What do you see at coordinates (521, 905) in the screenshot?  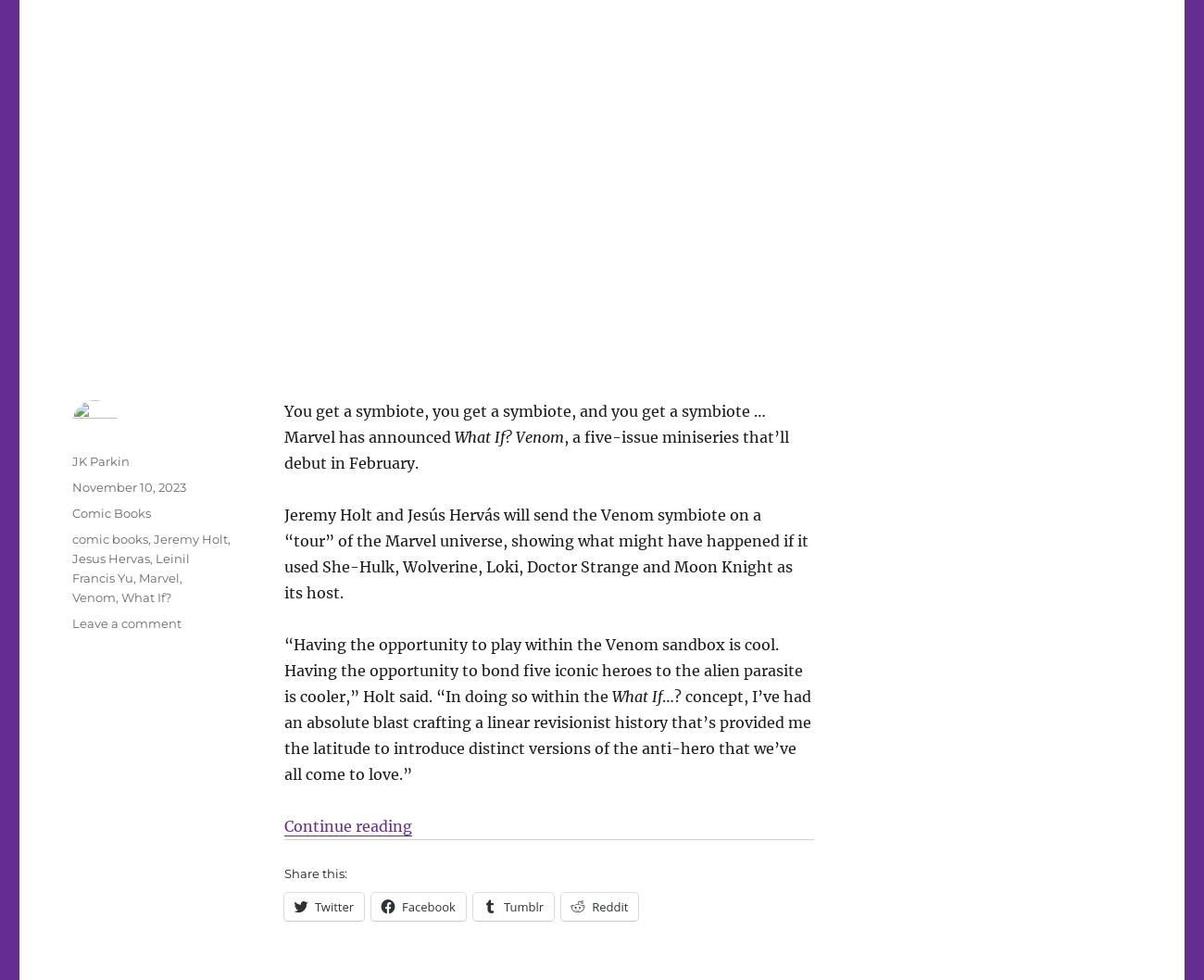 I see `'Tumblr'` at bounding box center [521, 905].